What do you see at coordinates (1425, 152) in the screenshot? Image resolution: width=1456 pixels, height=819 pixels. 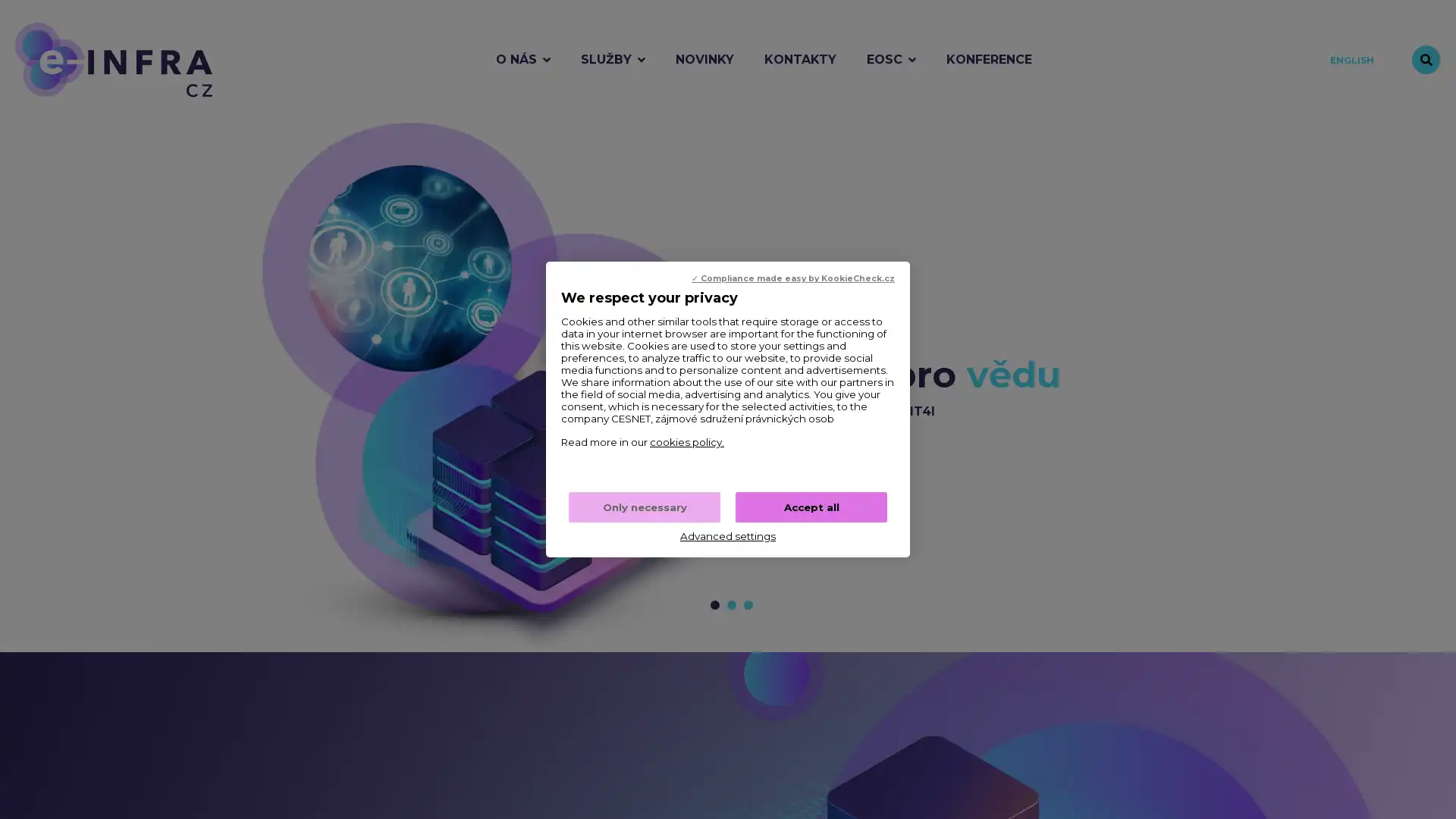 I see `Zastavit animaci` at bounding box center [1425, 152].